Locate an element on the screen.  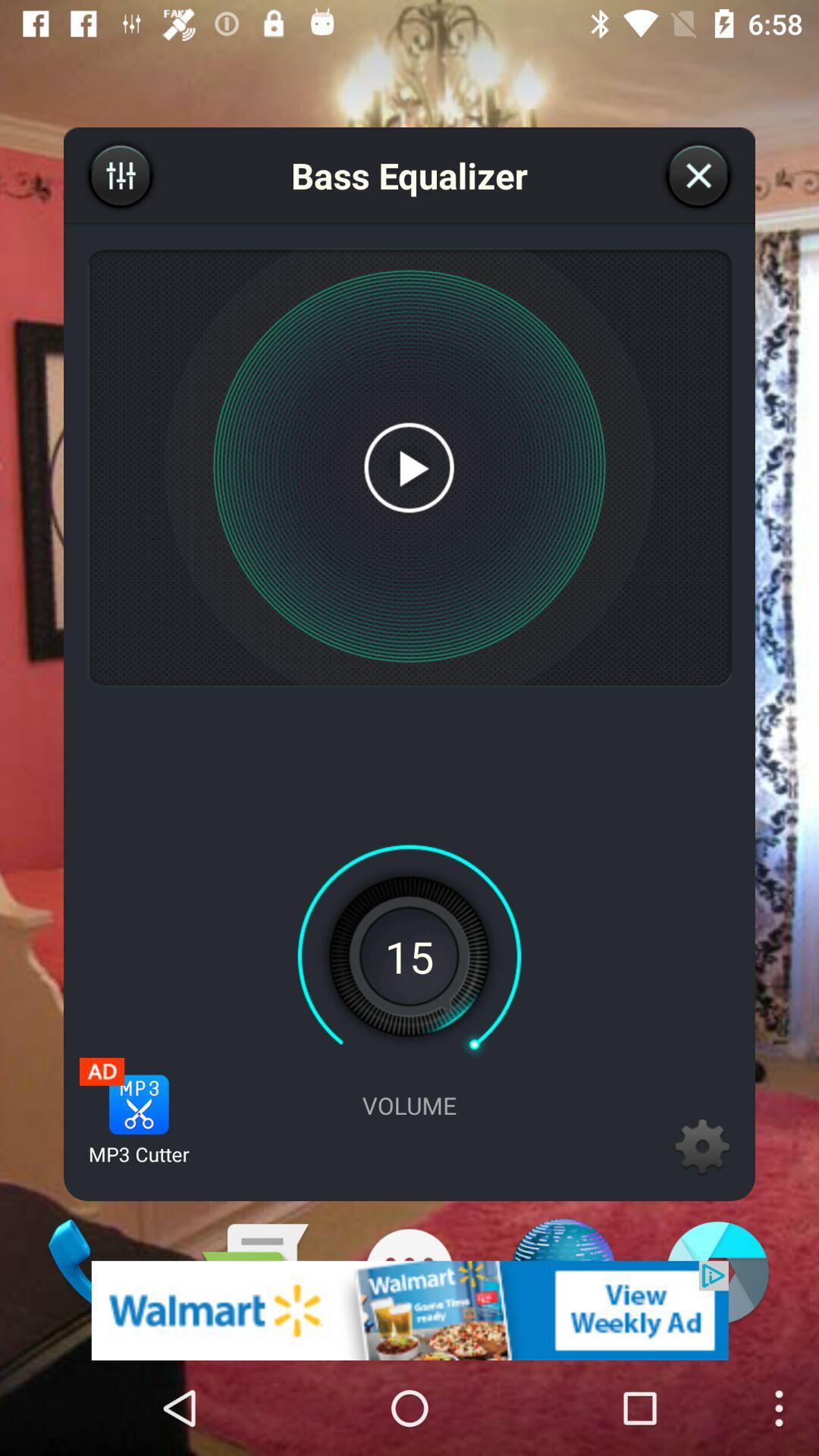
the settings icon is located at coordinates (701, 1147).